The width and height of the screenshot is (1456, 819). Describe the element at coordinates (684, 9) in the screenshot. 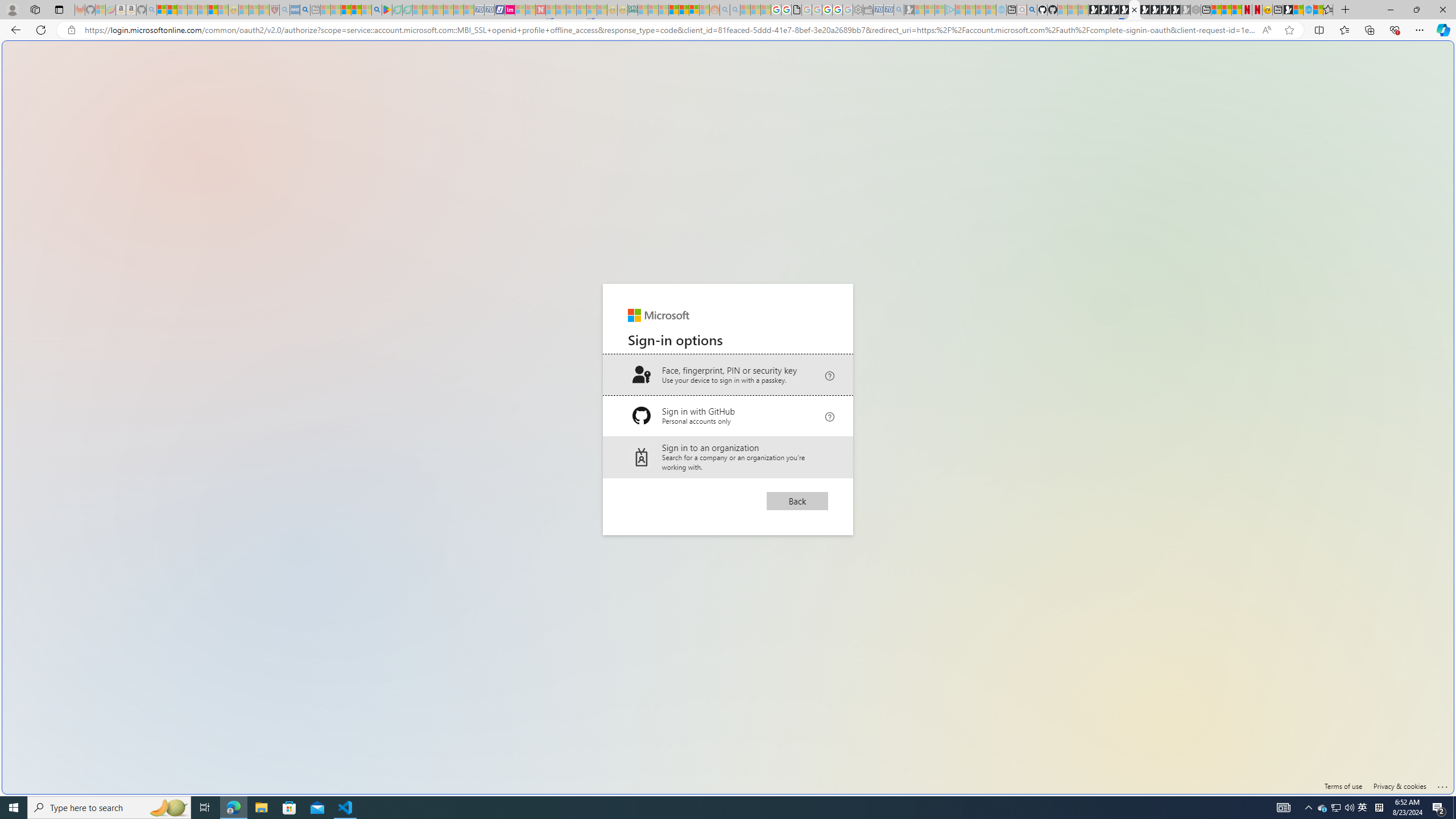

I see `'Kinda Frugal - MSN'` at that location.